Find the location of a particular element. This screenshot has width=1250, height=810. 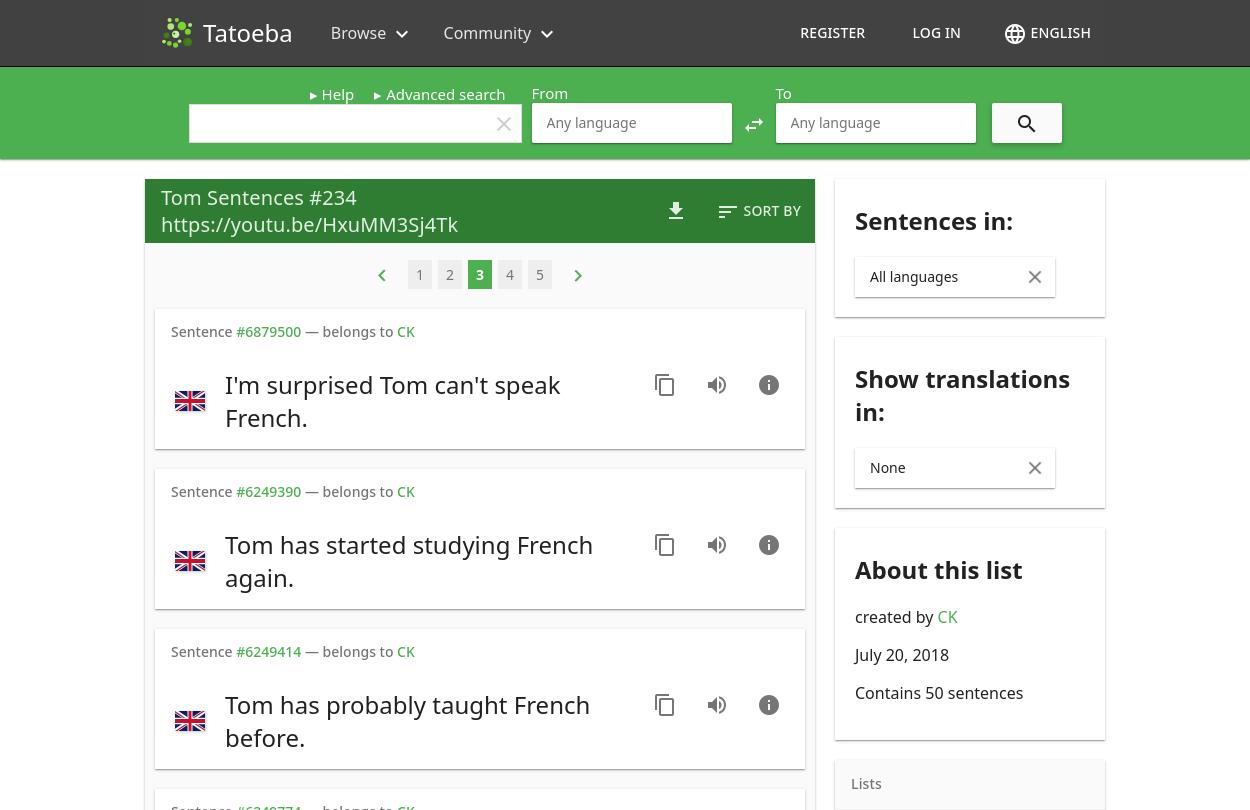

'language' is located at coordinates (1014, 32).